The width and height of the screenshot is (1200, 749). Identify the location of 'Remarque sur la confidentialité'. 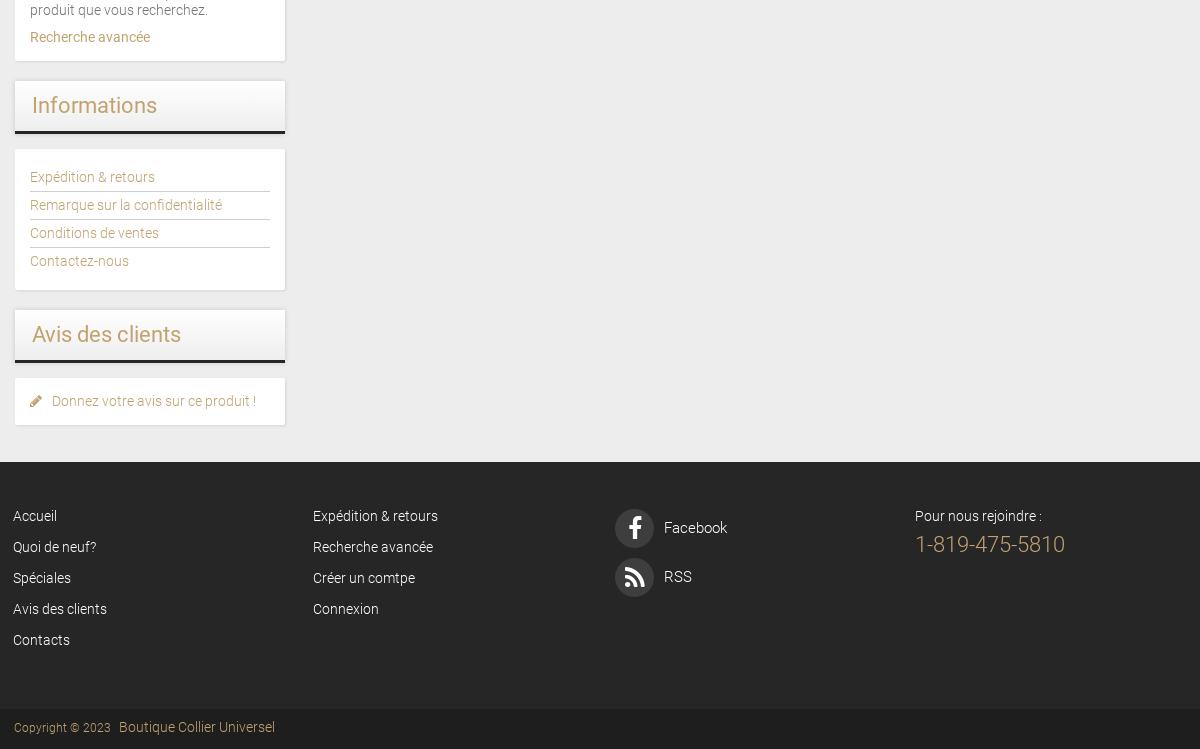
(126, 204).